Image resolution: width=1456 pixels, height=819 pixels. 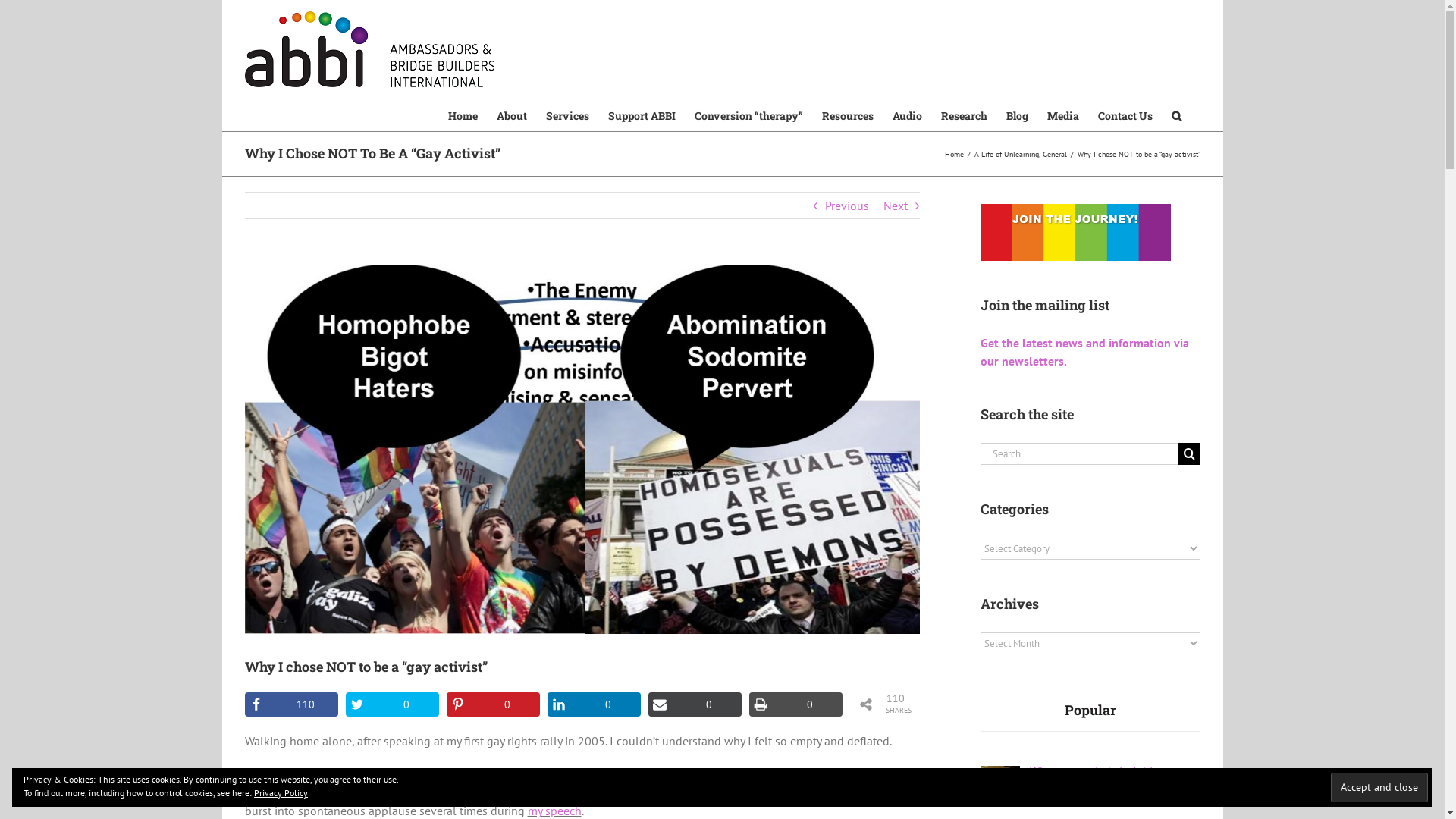 I want to click on 'Audio', so click(x=906, y=114).